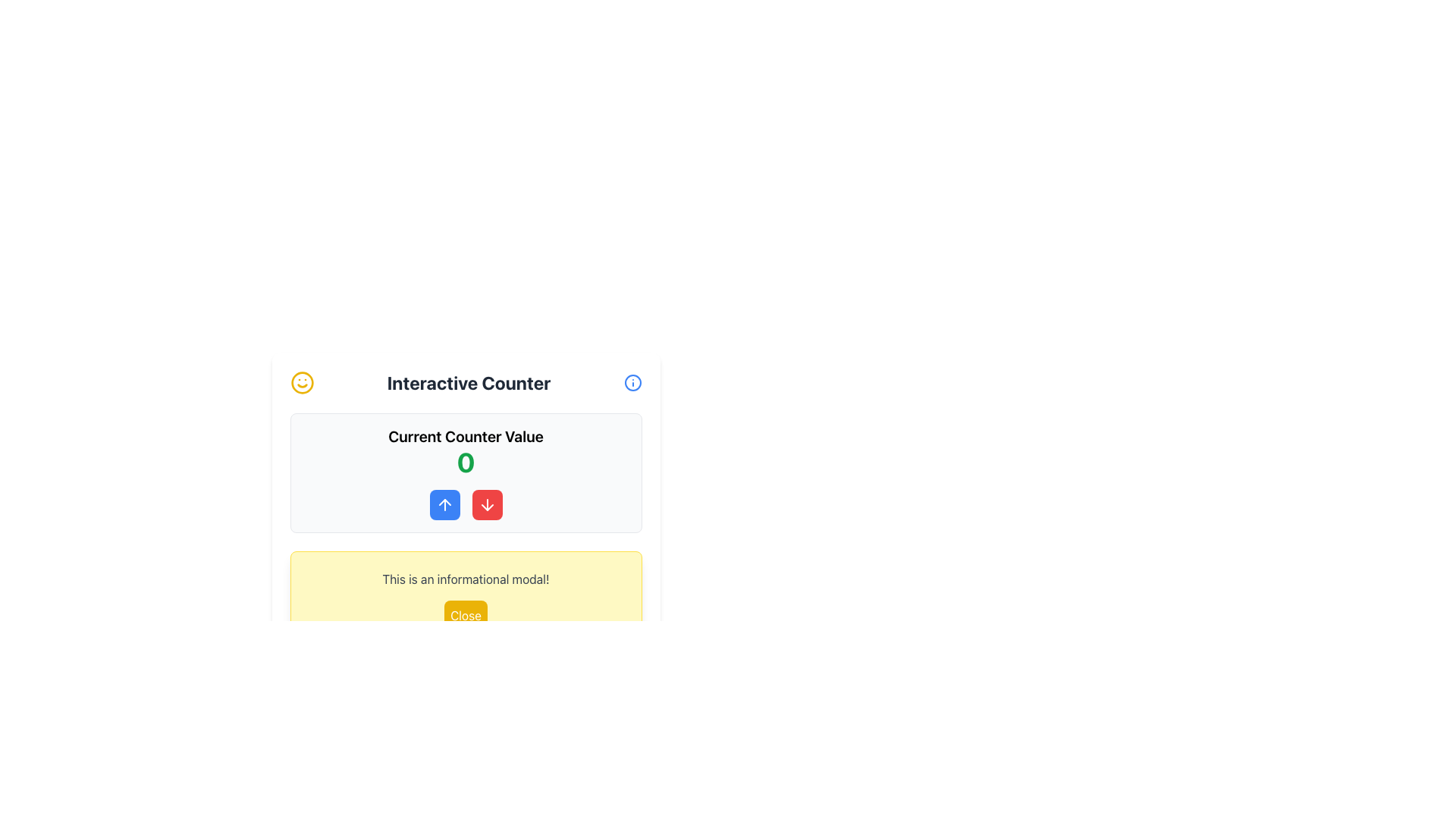 This screenshot has width=1456, height=819. I want to click on the Heading component at the top of the card layout, so click(465, 382).